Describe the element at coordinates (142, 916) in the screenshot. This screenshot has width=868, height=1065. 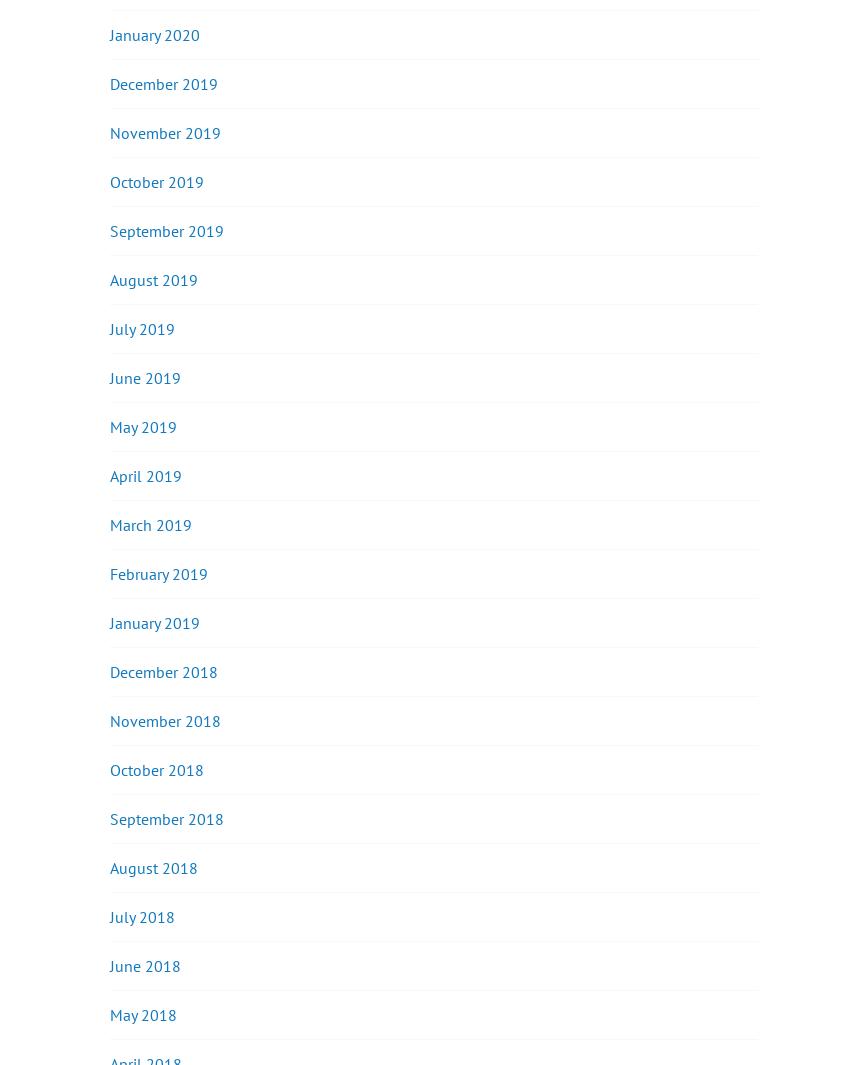
I see `'July 2018'` at that location.